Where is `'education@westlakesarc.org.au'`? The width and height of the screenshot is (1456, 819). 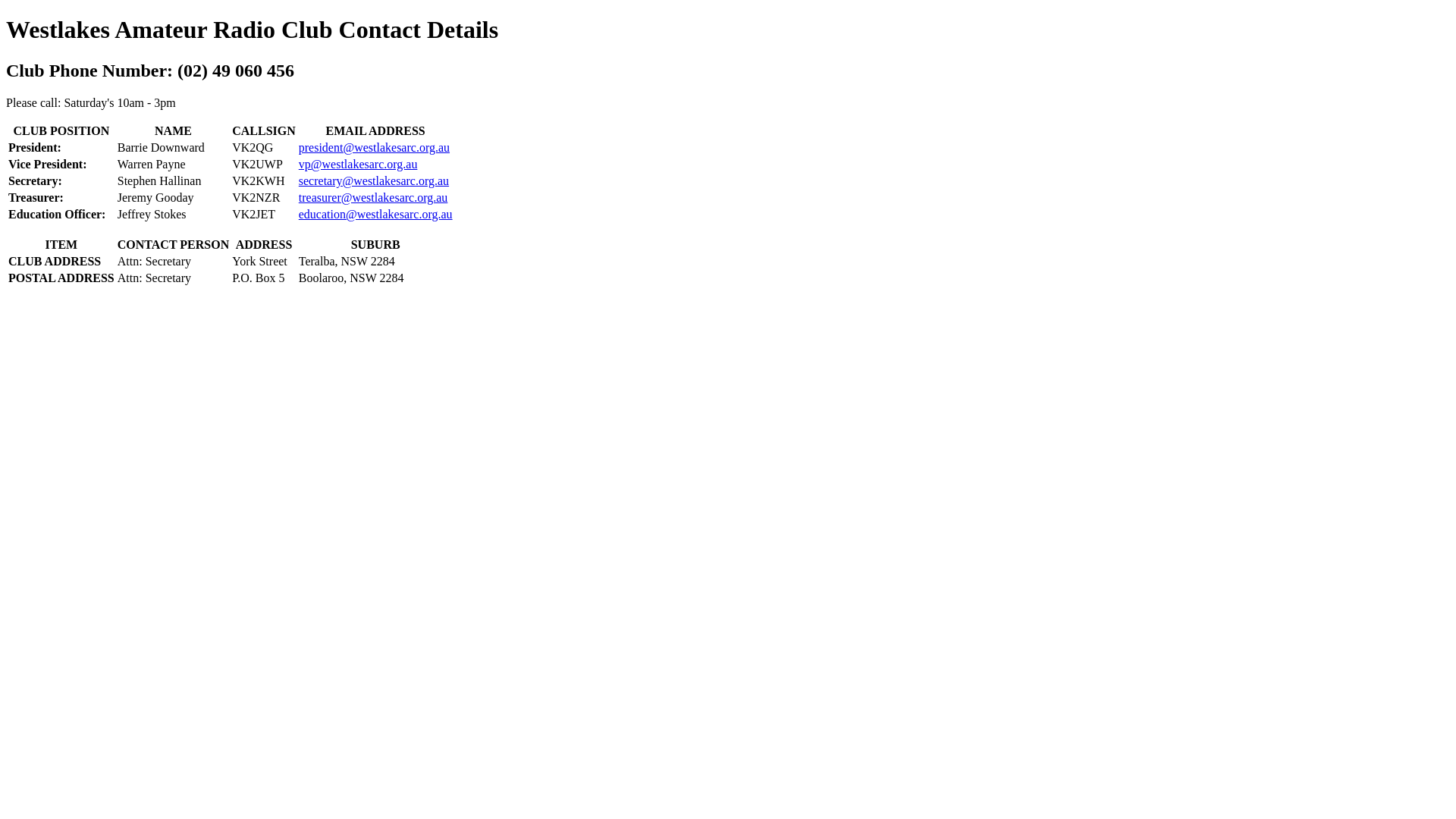 'education@westlakesarc.org.au' is located at coordinates (298, 214).